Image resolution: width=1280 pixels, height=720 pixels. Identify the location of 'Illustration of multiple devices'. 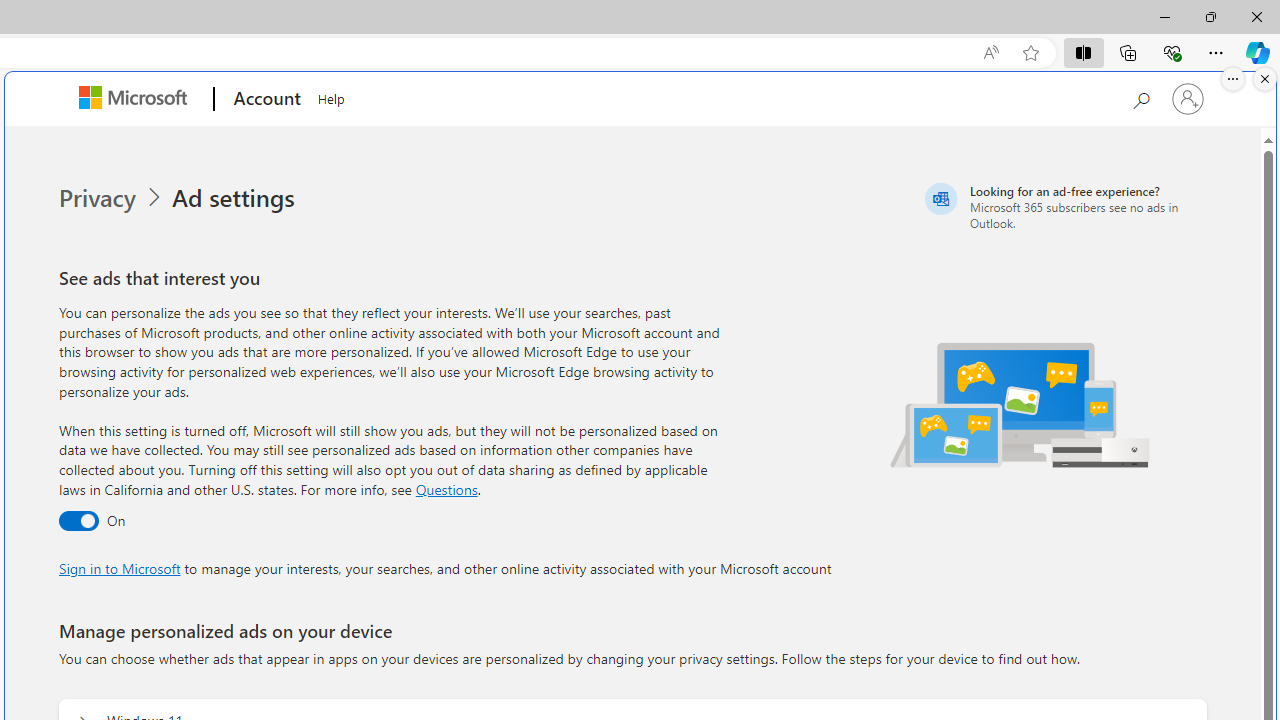
(1021, 404).